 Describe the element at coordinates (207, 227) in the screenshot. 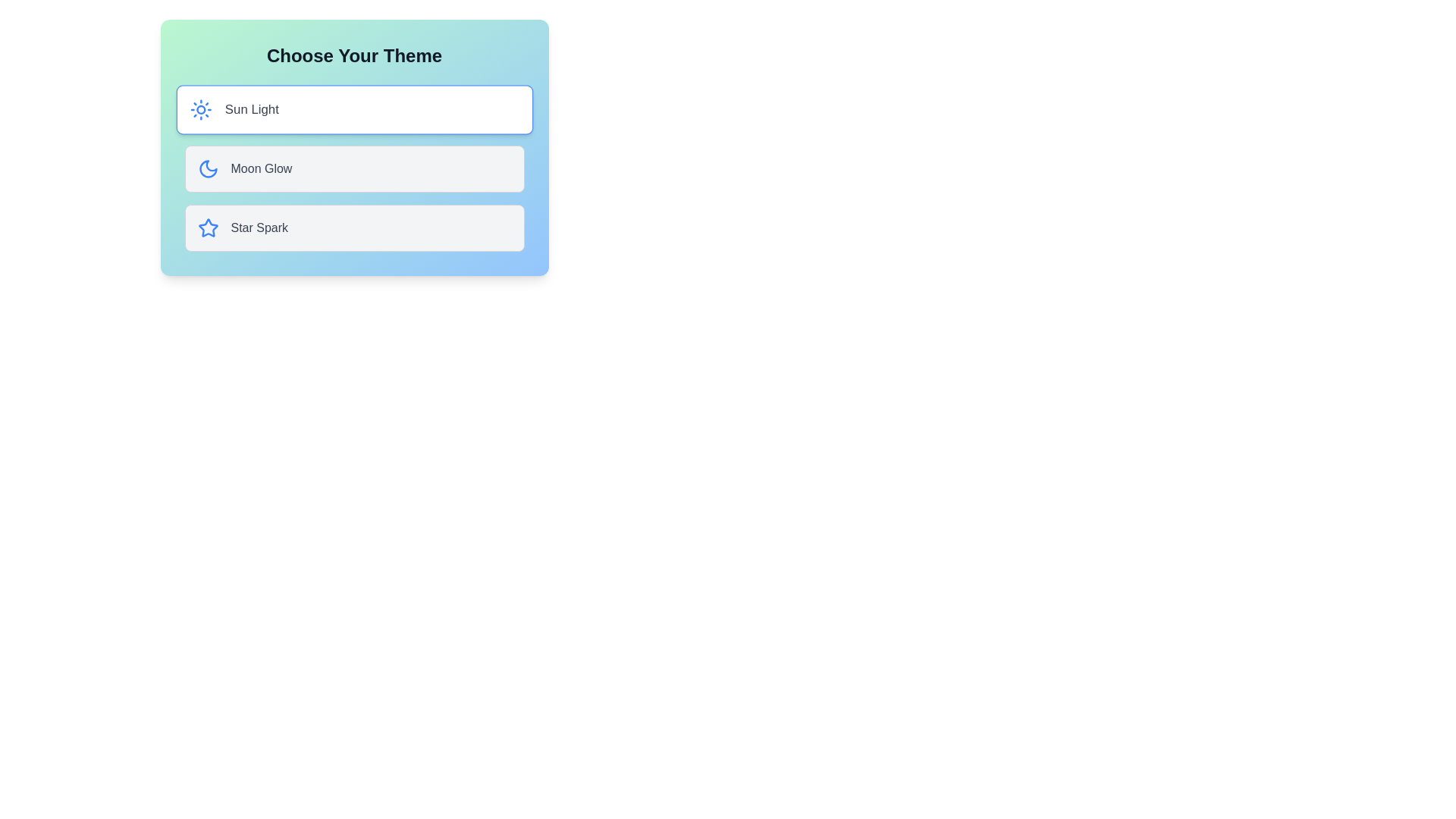

I see `the star icon with a blue outline and white fill located next to the 'Star Spark' text in the theme selection options` at that location.